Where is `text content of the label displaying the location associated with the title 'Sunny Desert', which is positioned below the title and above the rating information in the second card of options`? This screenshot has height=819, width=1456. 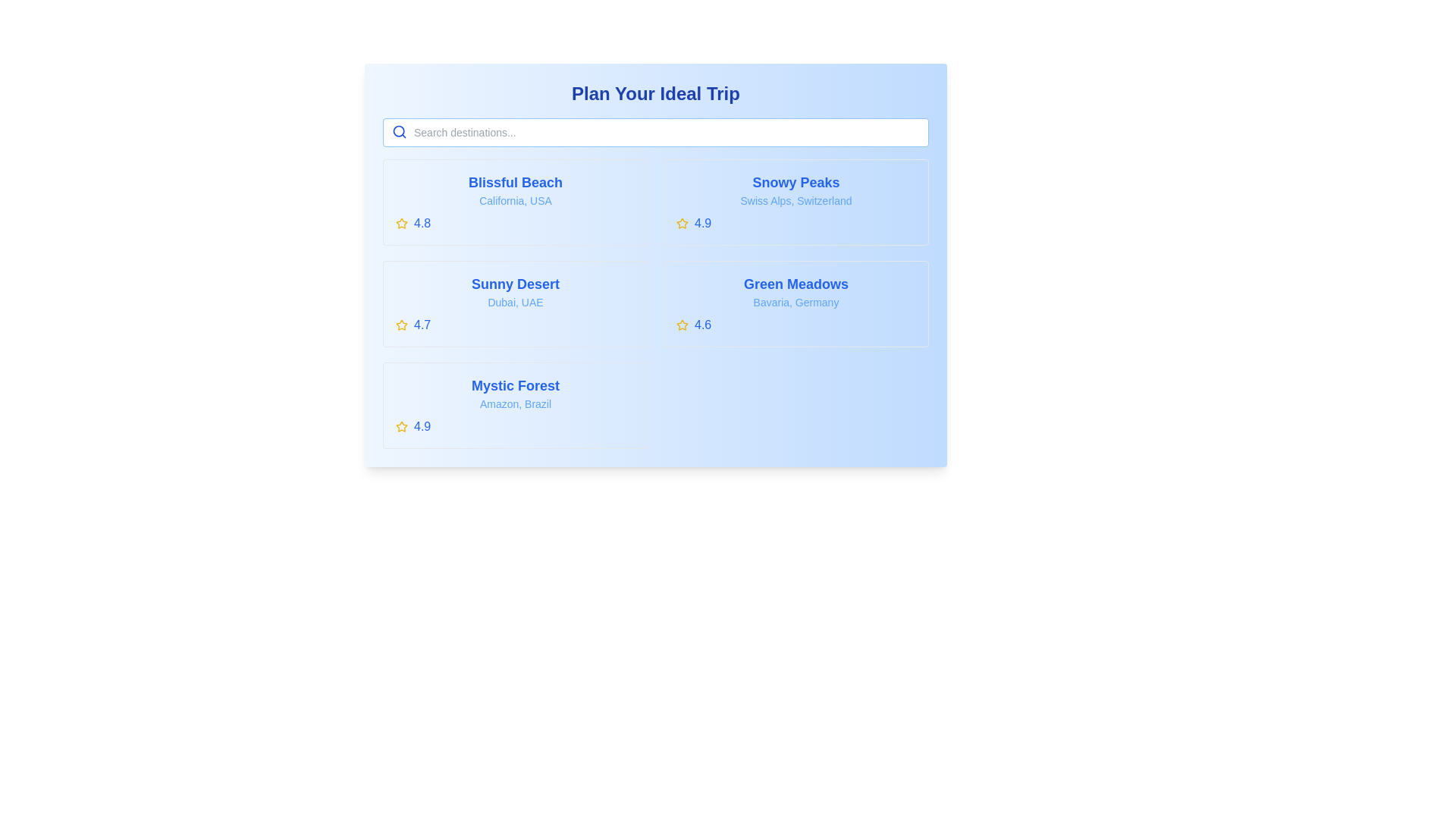 text content of the label displaying the location associated with the title 'Sunny Desert', which is positioned below the title and above the rating information in the second card of options is located at coordinates (516, 302).